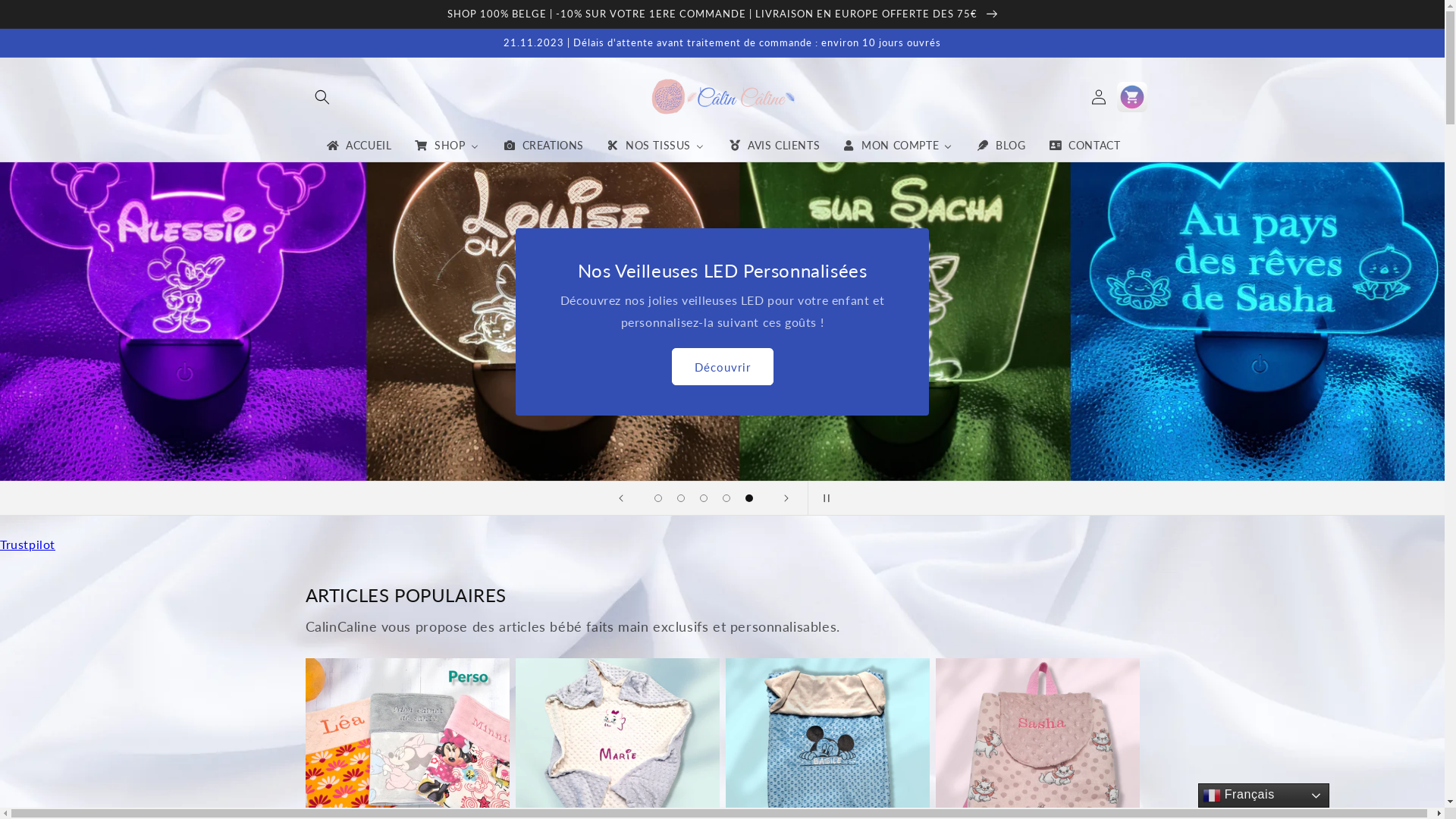 The image size is (1456, 819). I want to click on 'ACCUEIL', so click(357, 146).